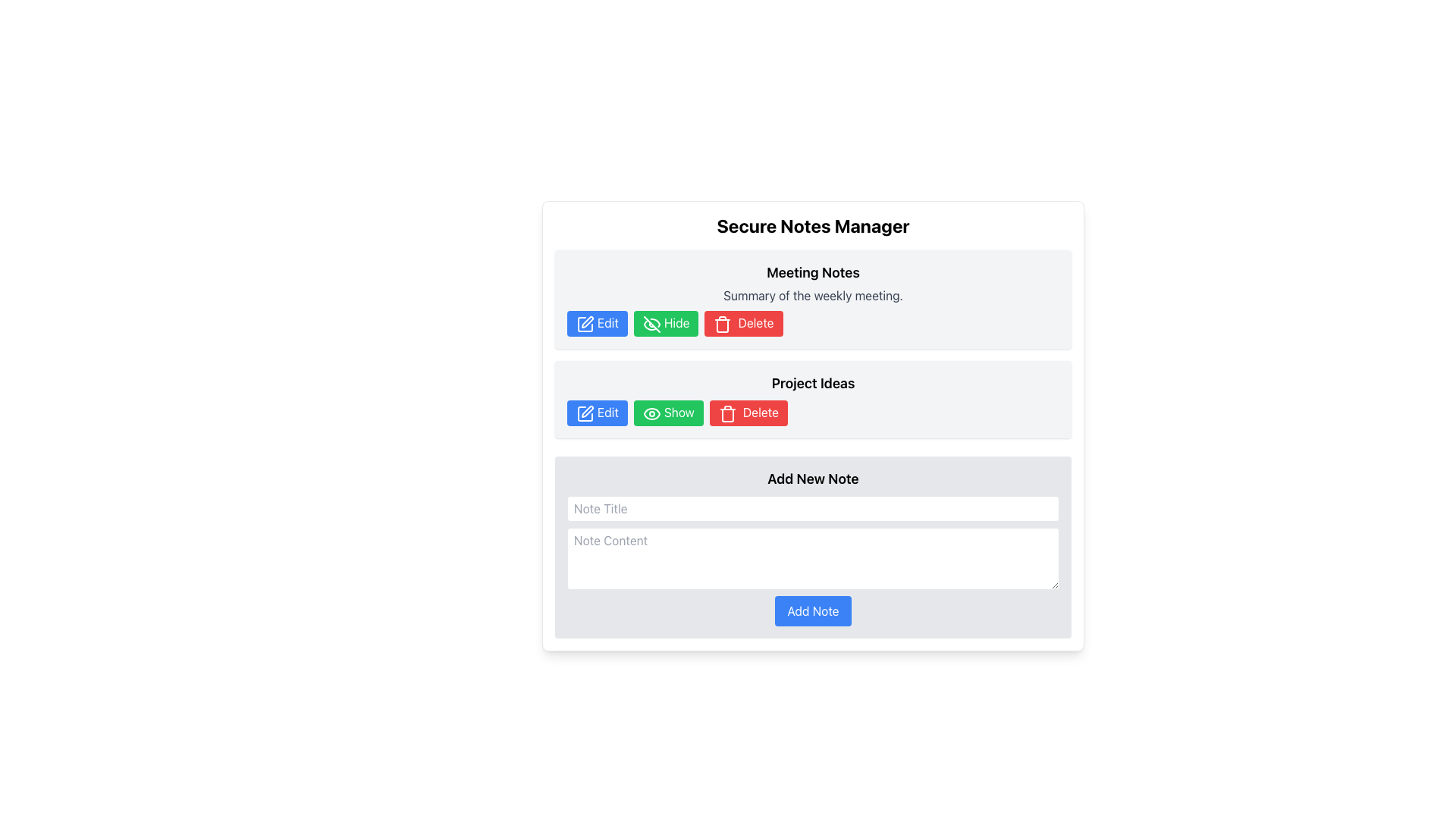 The width and height of the screenshot is (1456, 819). Describe the element at coordinates (748, 413) in the screenshot. I see `the delete action button, which is the third button in a horizontal row of three buttons located in the 'Project Ideas' section` at that location.